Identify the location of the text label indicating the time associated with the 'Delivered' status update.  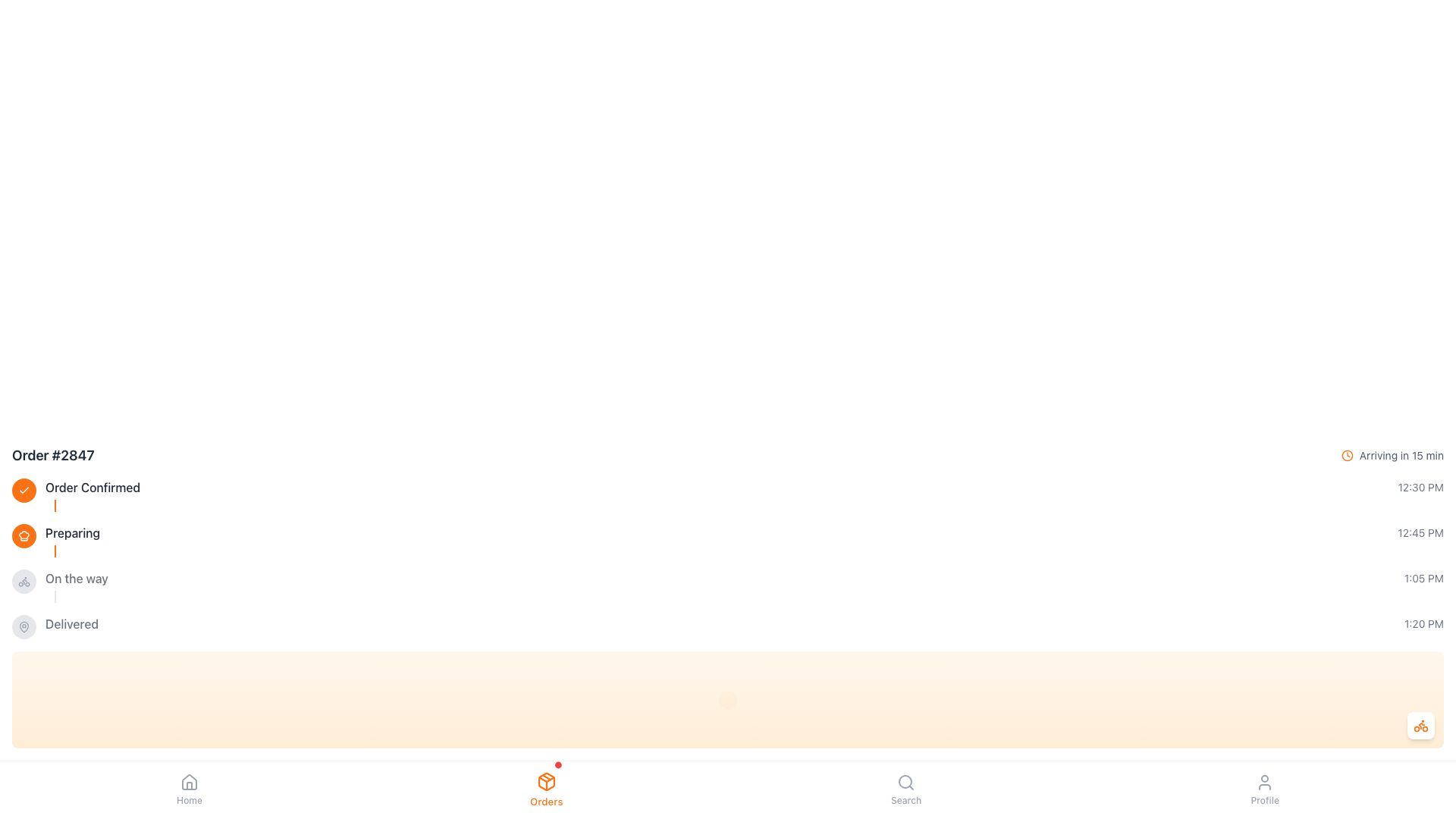
(1423, 623).